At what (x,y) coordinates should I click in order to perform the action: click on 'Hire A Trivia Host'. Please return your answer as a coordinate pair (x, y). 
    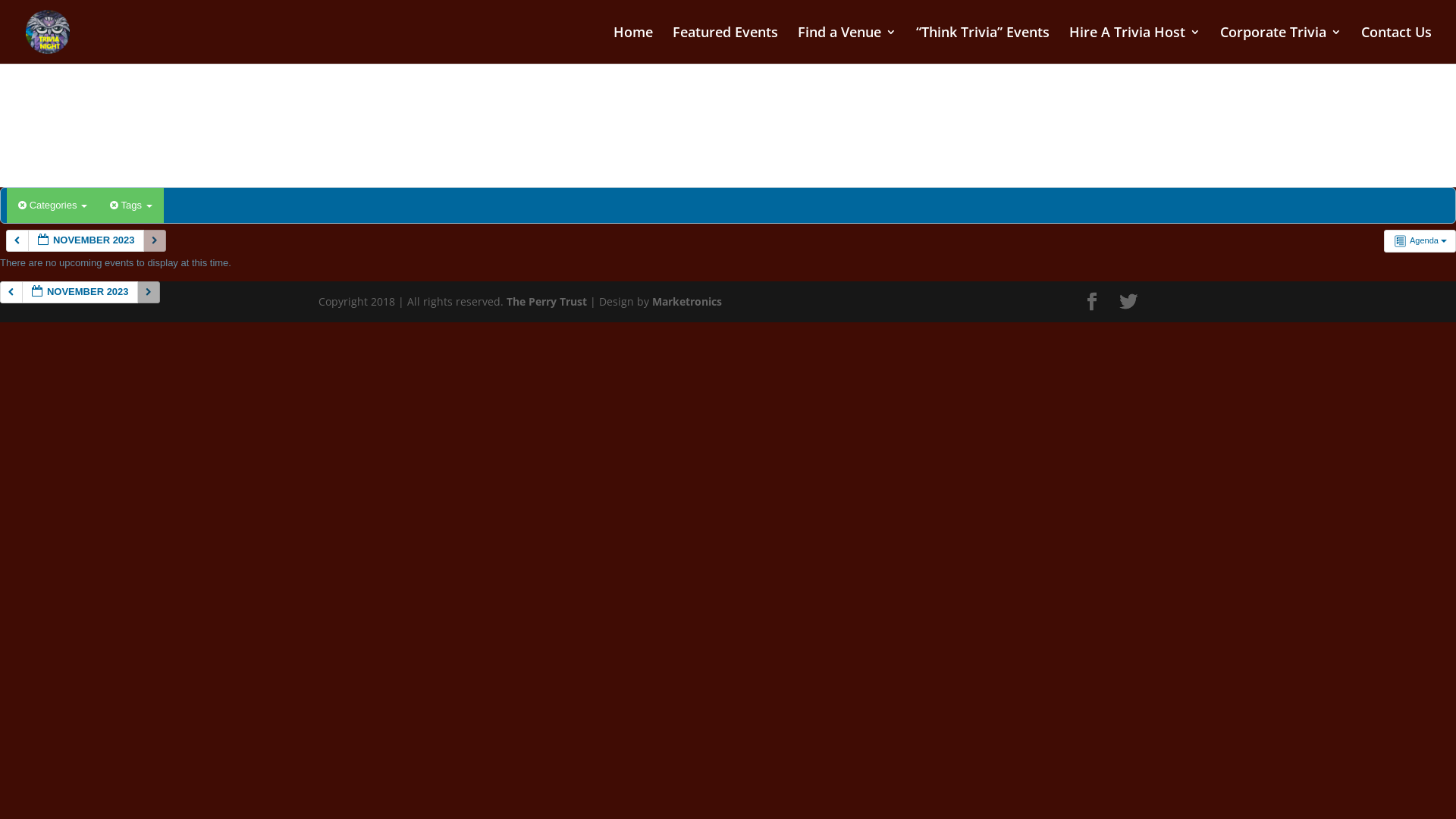
    Looking at the image, I should click on (1134, 44).